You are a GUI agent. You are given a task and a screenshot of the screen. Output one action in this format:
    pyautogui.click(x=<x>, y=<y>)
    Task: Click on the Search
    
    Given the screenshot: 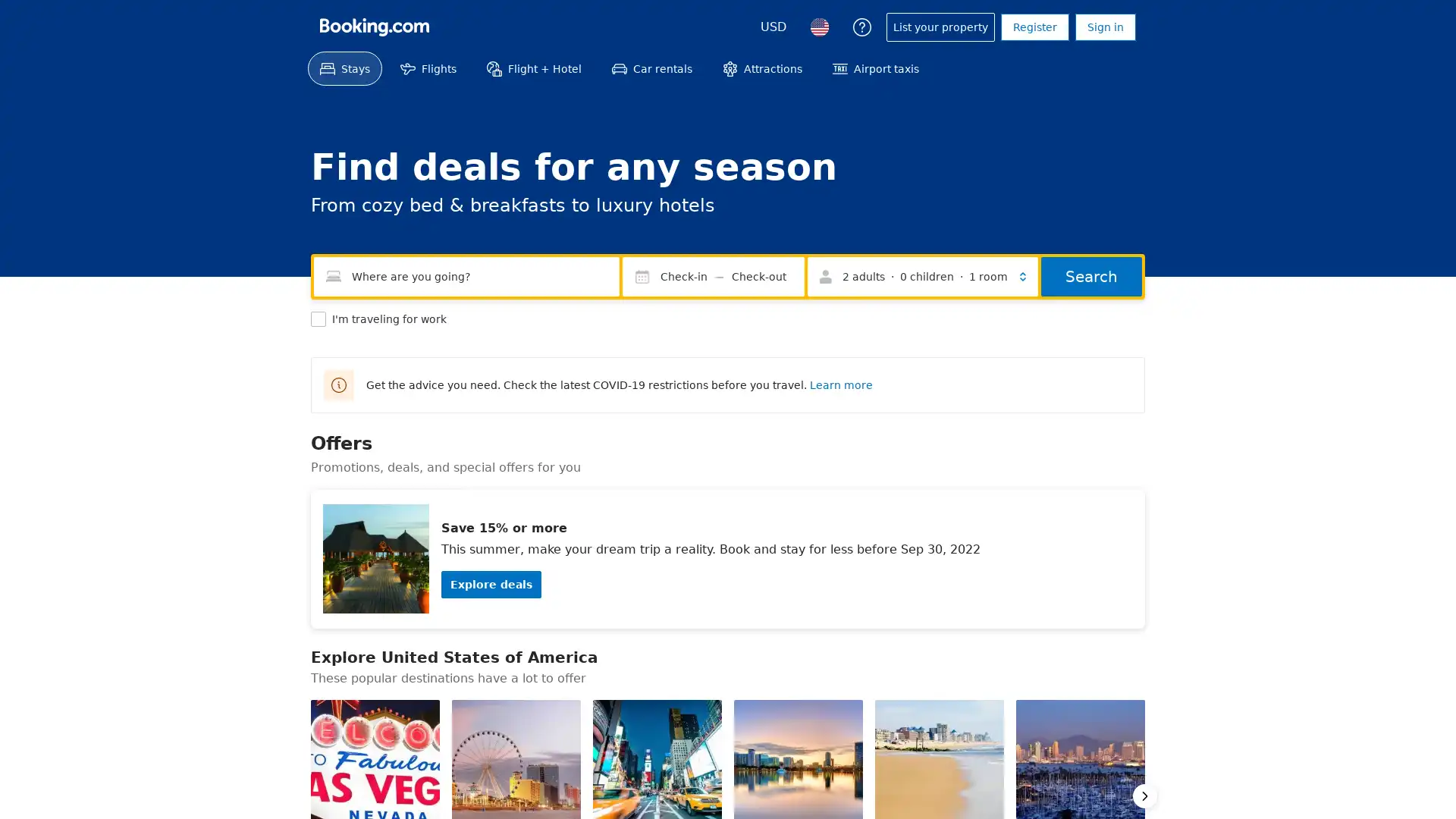 What is the action you would take?
    pyautogui.click(x=1090, y=277)
    